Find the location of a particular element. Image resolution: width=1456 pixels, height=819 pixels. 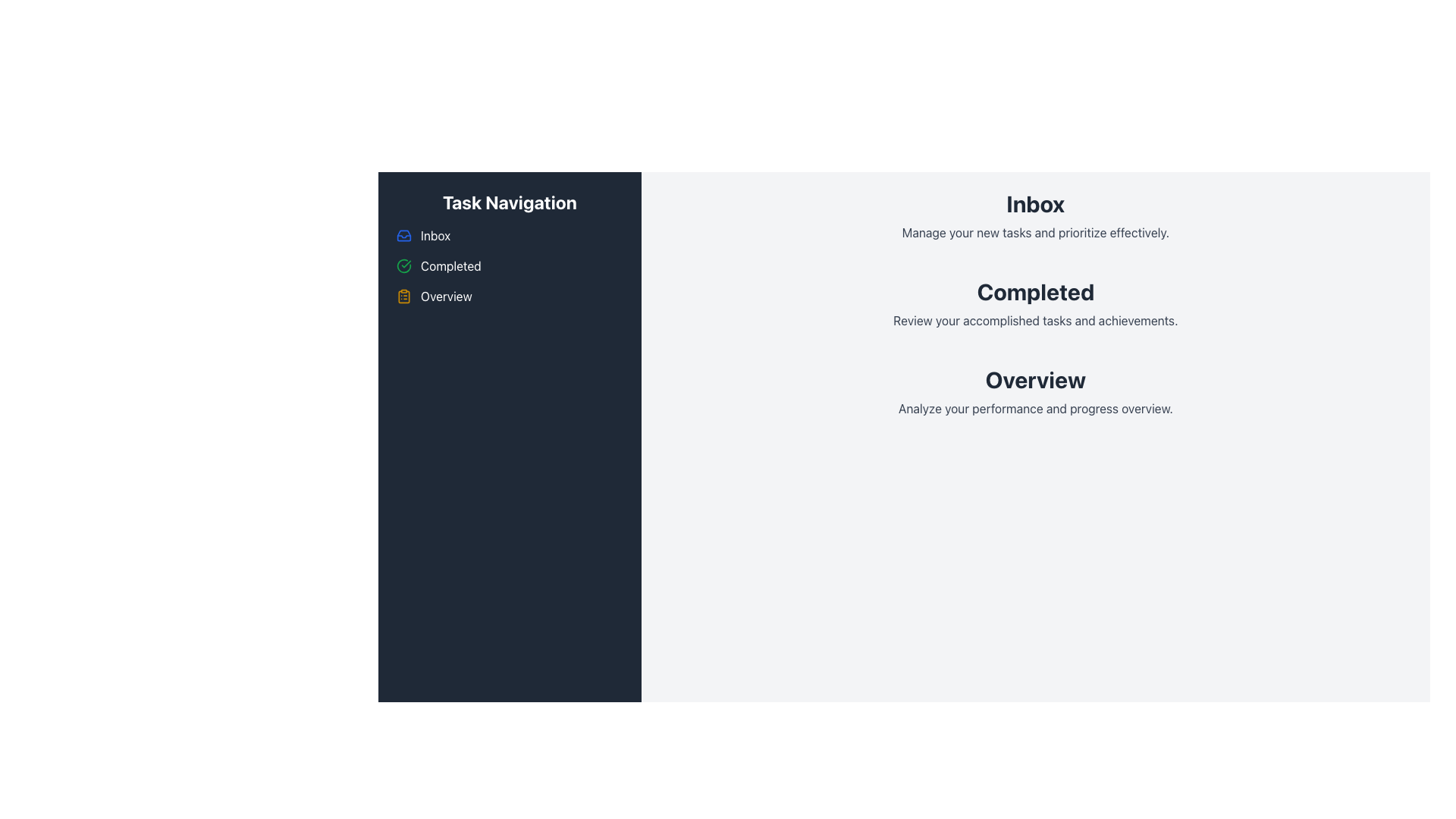

the content associated with the 'Inbox' header, which includes a bold title and a descriptive subtitle, located in the right panel under the 'Task Navigation' sidebar is located at coordinates (1034, 216).